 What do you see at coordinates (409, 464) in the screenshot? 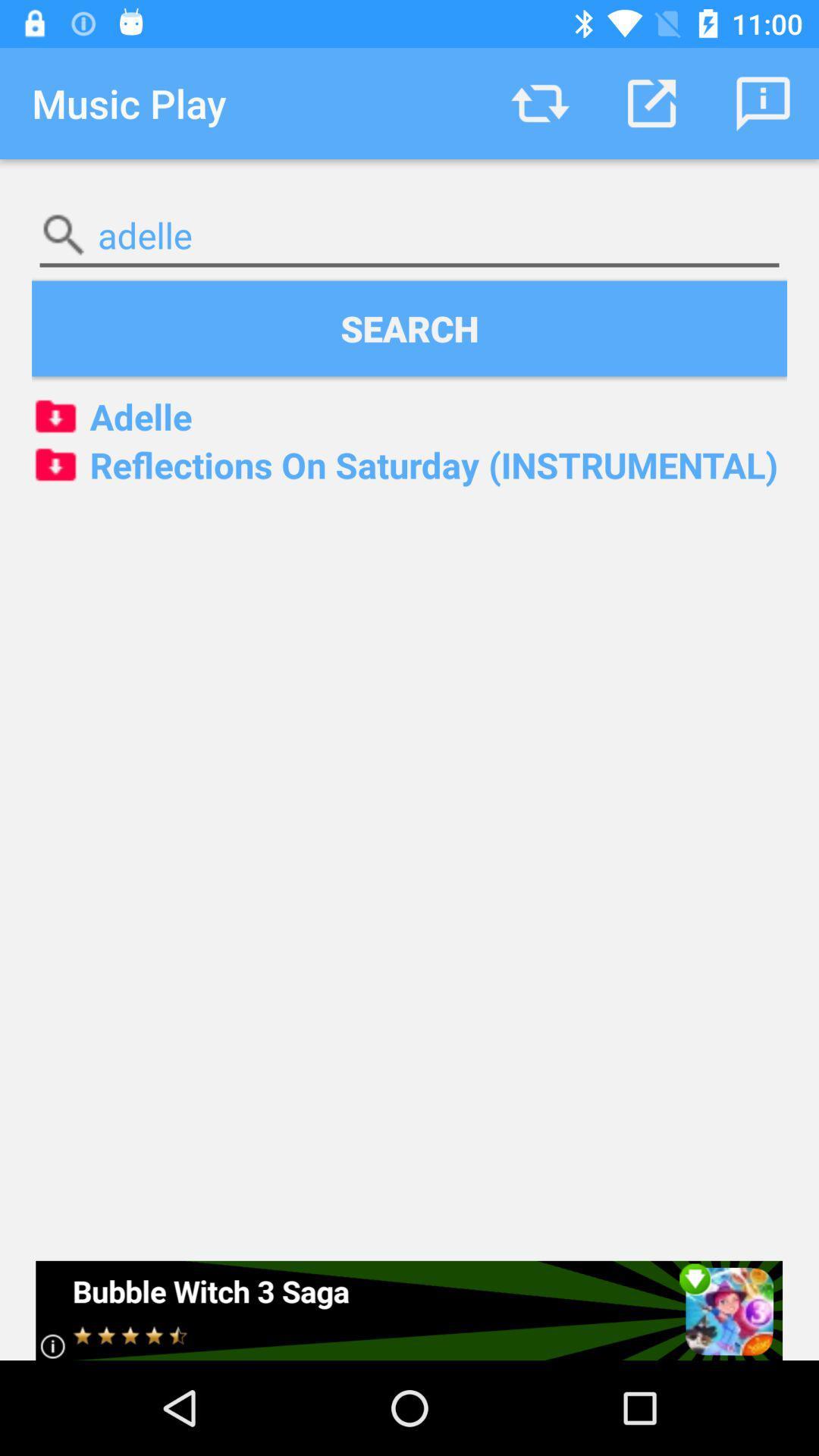
I see `item below the adelle icon` at bounding box center [409, 464].